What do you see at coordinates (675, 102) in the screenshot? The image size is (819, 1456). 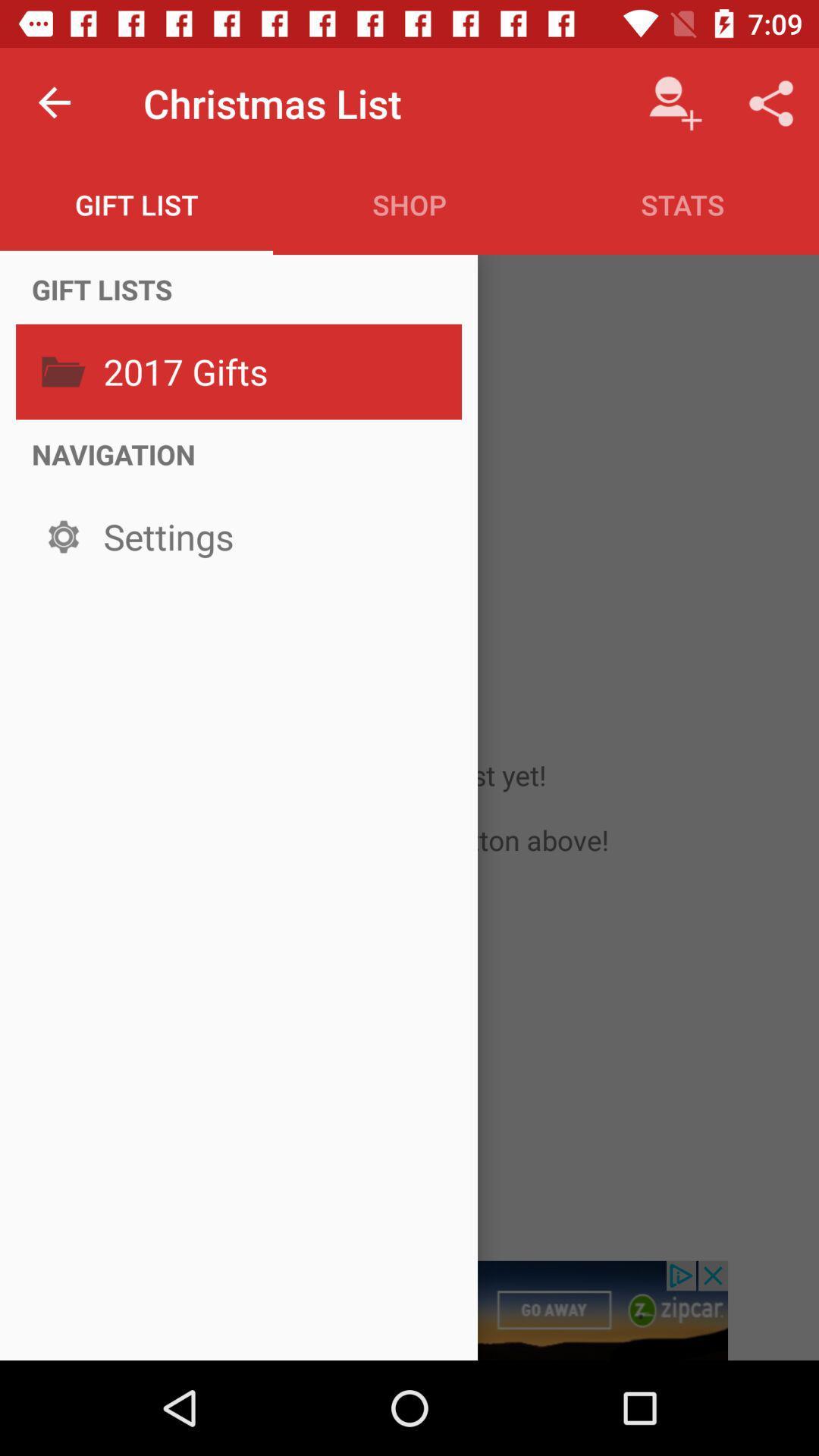 I see `icon above the stats` at bounding box center [675, 102].